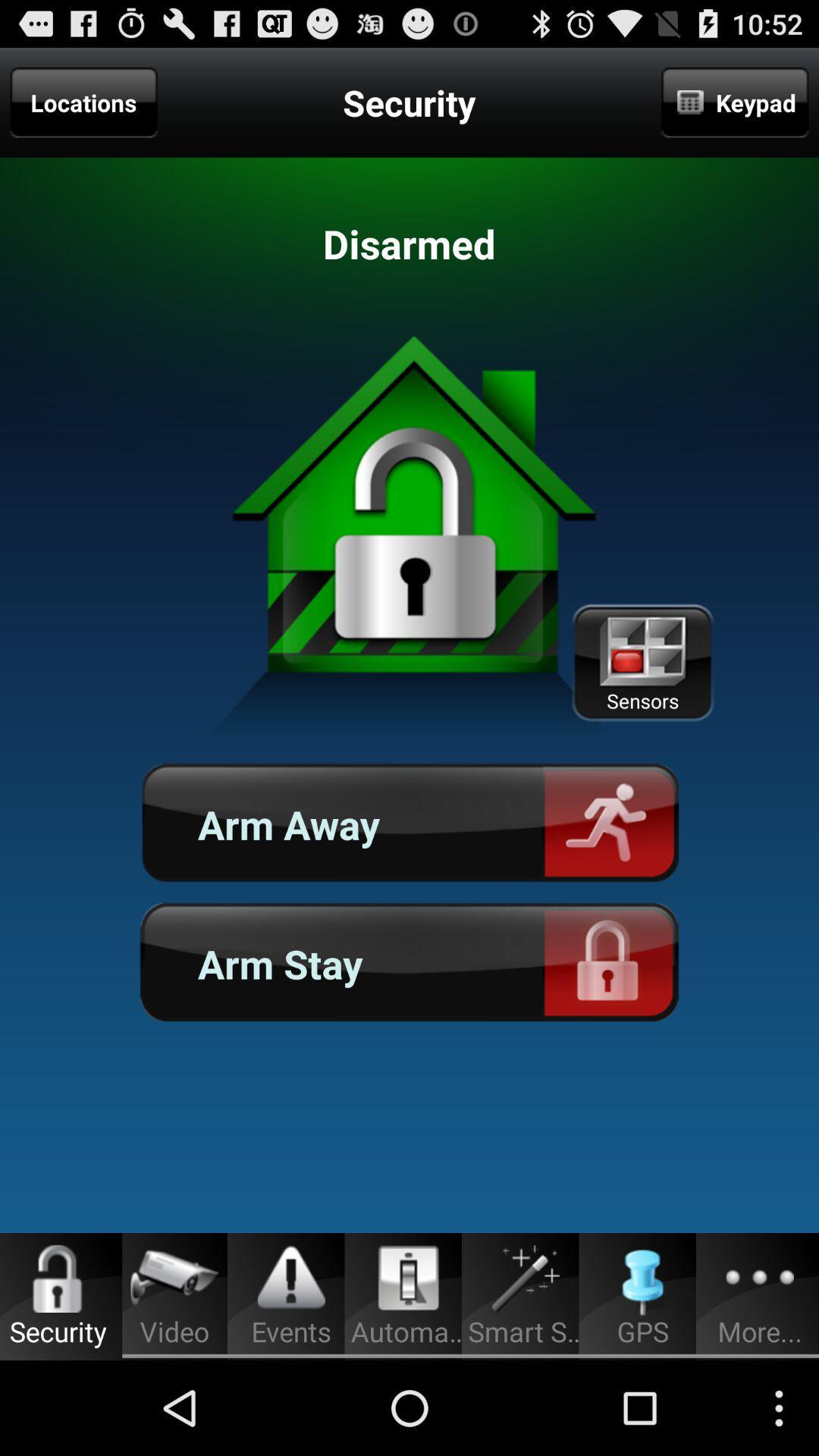 The height and width of the screenshot is (1456, 819). What do you see at coordinates (760, 1278) in the screenshot?
I see `the icon which is above the more` at bounding box center [760, 1278].